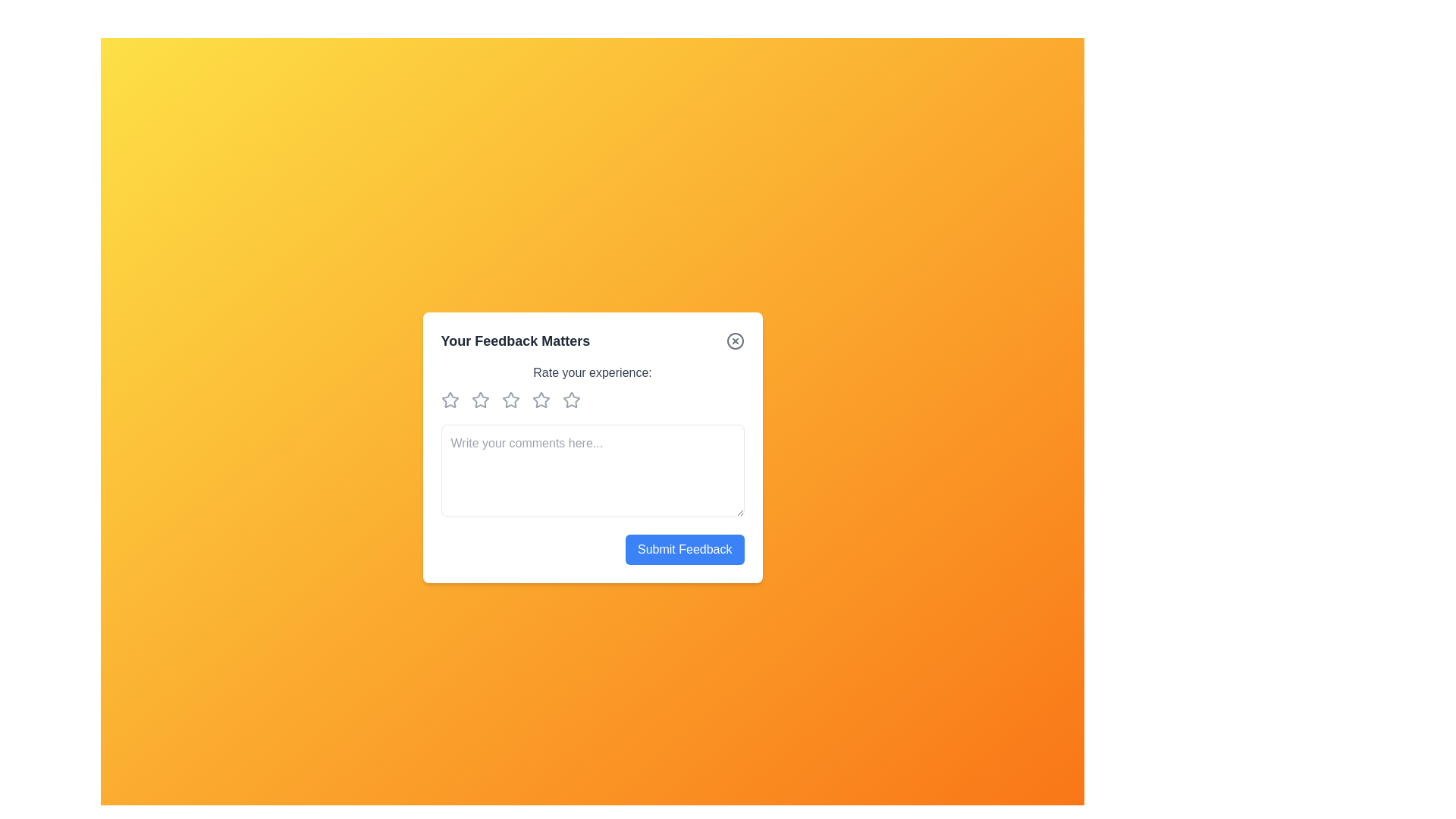  I want to click on the rating to 1 stars by clicking on the corresponding star, so click(452, 399).